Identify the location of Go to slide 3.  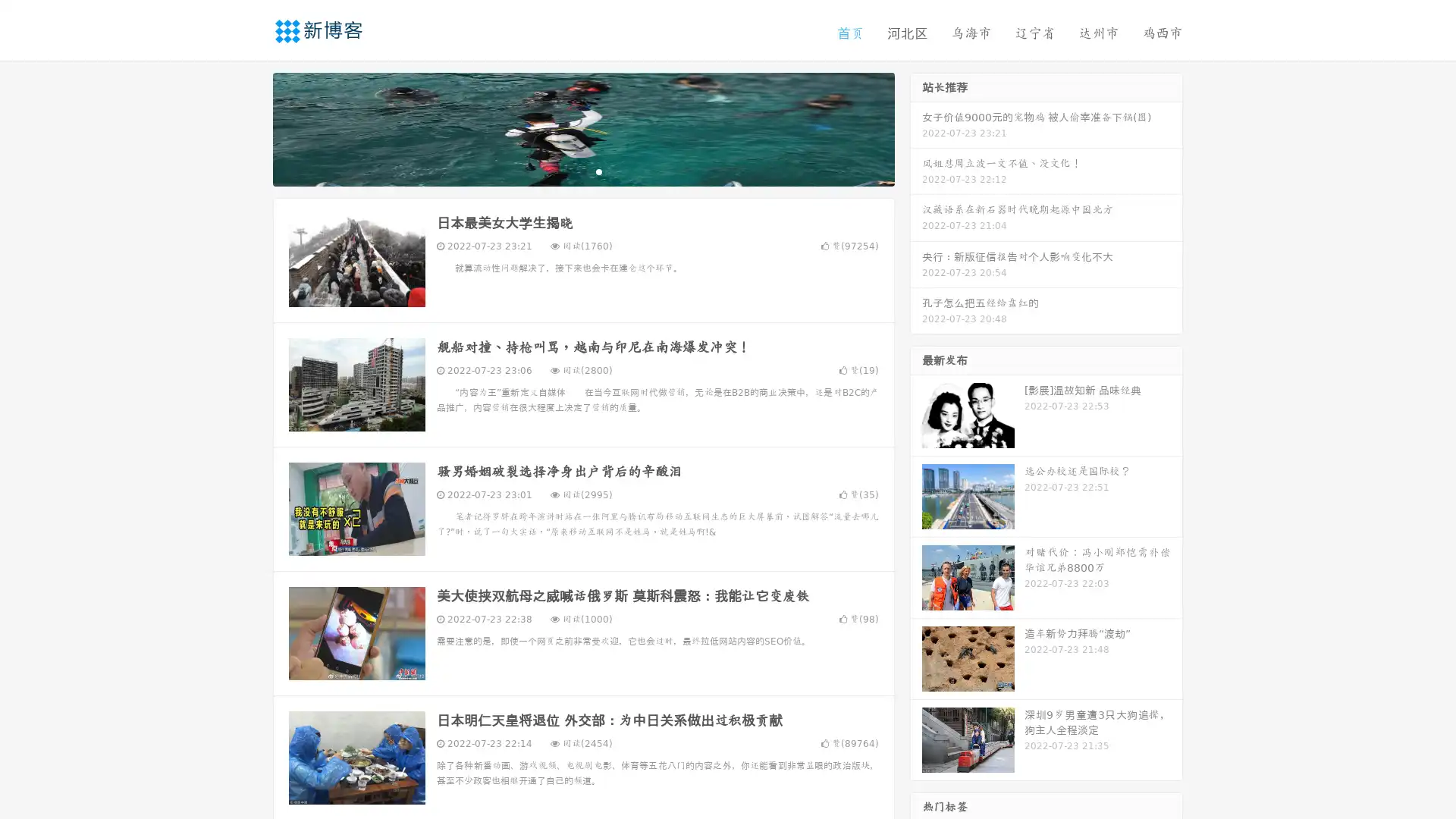
(598, 171).